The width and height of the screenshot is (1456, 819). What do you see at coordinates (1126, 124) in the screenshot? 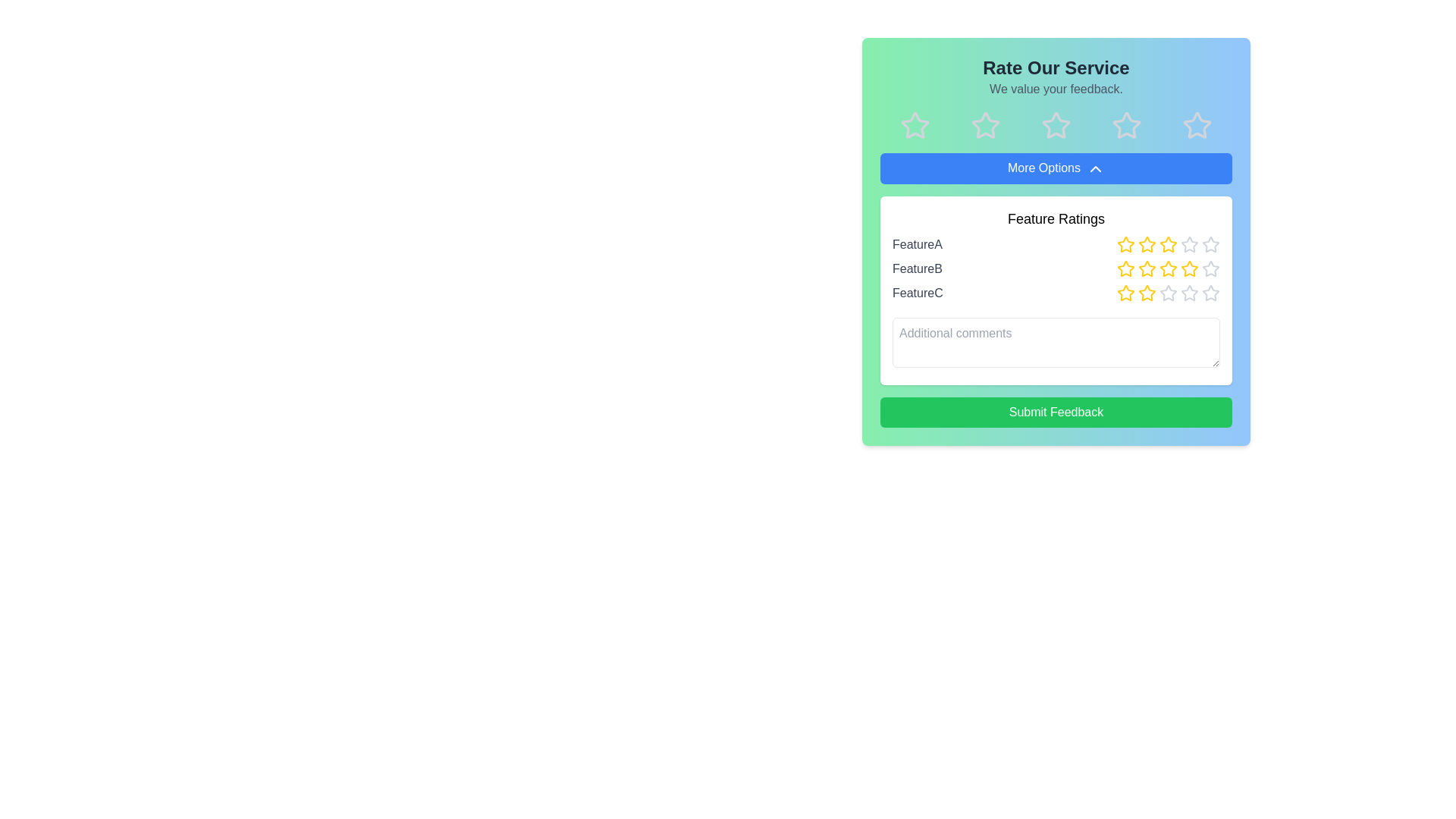
I see `the fourth star from the left in the rating interface` at bounding box center [1126, 124].